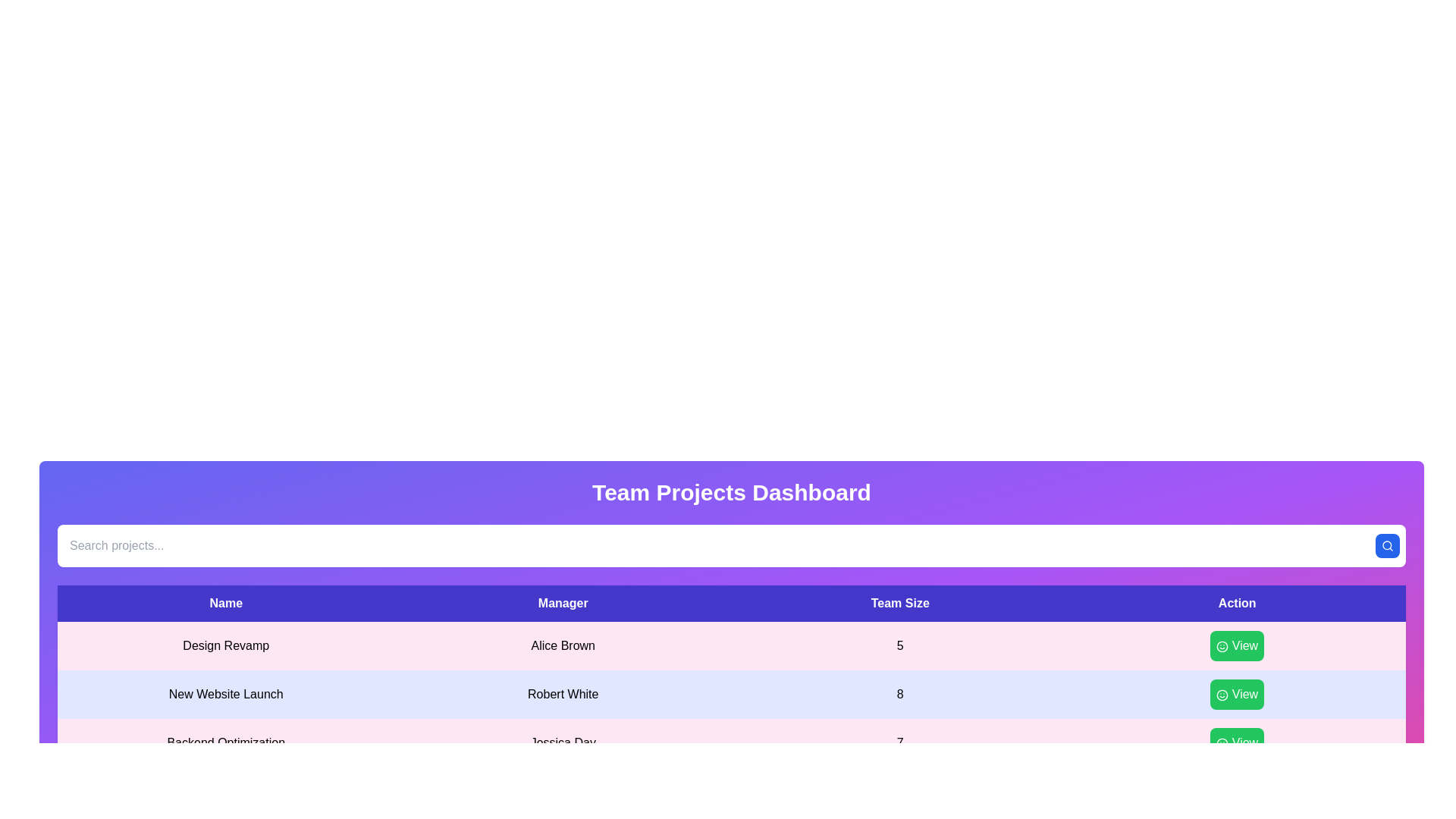 The height and width of the screenshot is (819, 1456). What do you see at coordinates (731, 493) in the screenshot?
I see `the centered header text labeled 'Team Projects Dashboard', which is displayed in a bold, large white font against a gradient background transitioning from indigo to pink` at bounding box center [731, 493].